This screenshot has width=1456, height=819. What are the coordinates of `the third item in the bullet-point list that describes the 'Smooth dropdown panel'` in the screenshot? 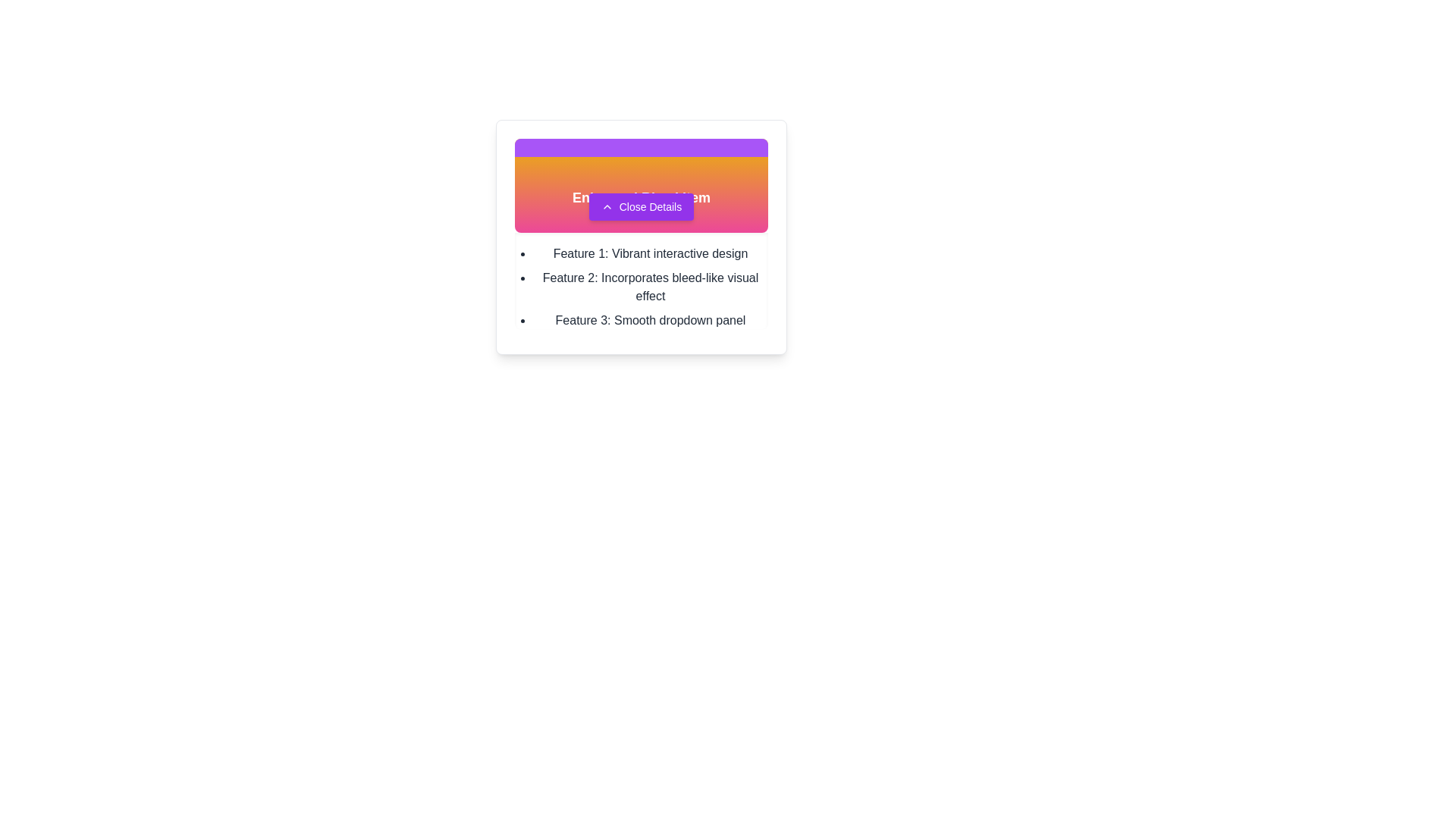 It's located at (651, 320).